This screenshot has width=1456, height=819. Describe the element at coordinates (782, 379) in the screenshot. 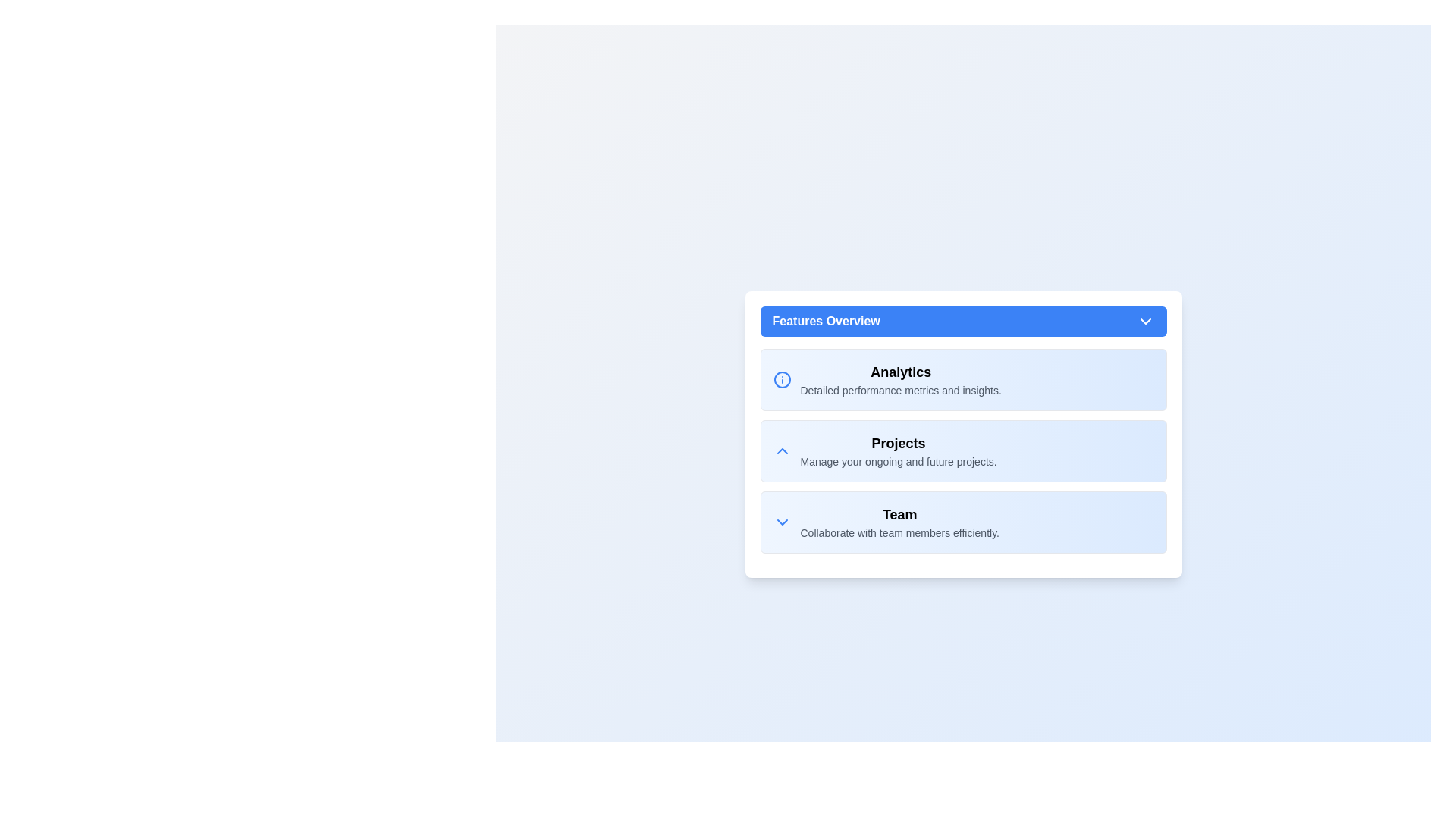

I see `the Information icon located at the far left of the 'Analytics' section` at that location.